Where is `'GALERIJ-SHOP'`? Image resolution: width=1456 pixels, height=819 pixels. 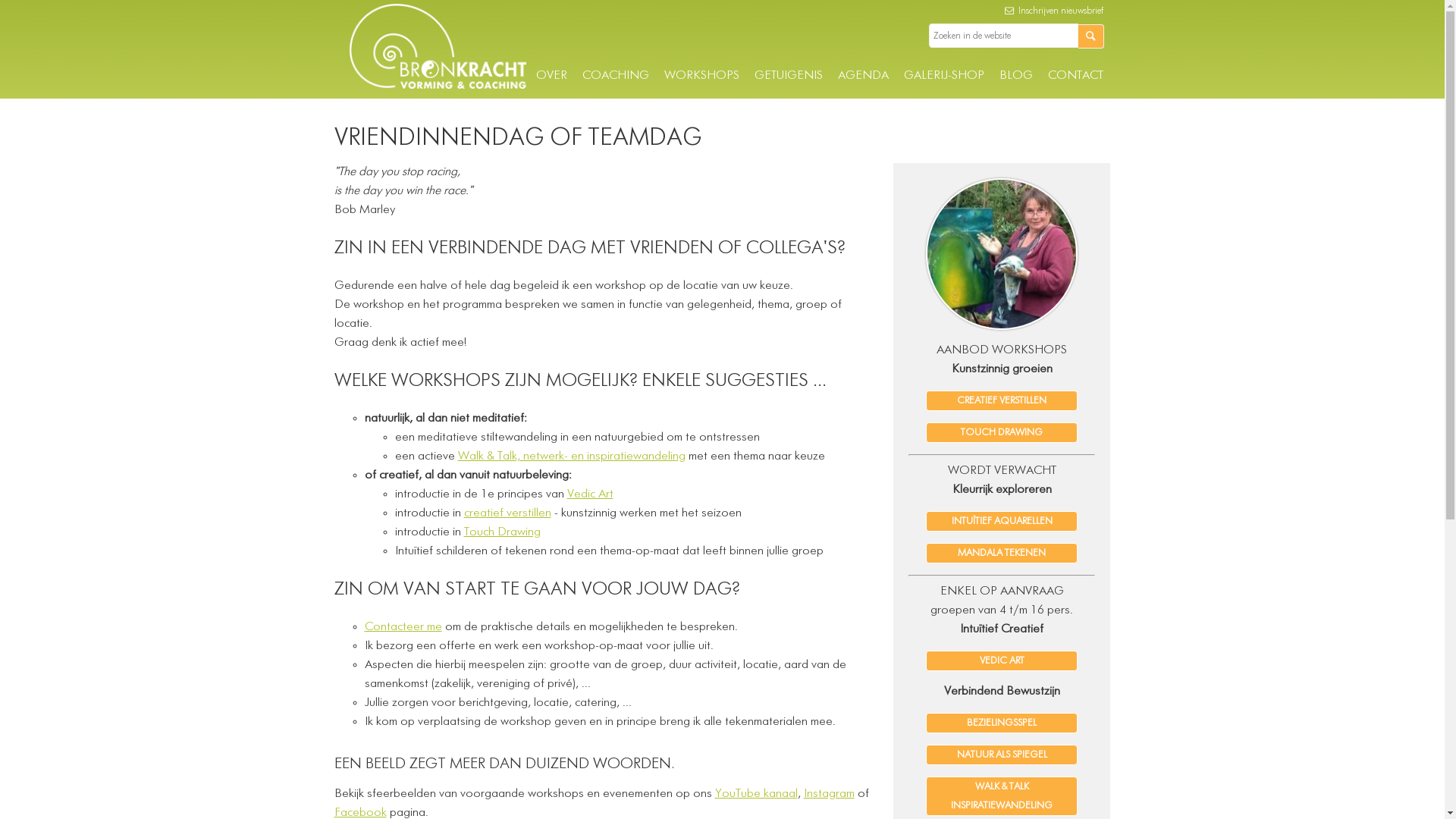 'GALERIJ-SHOP' is located at coordinates (943, 76).